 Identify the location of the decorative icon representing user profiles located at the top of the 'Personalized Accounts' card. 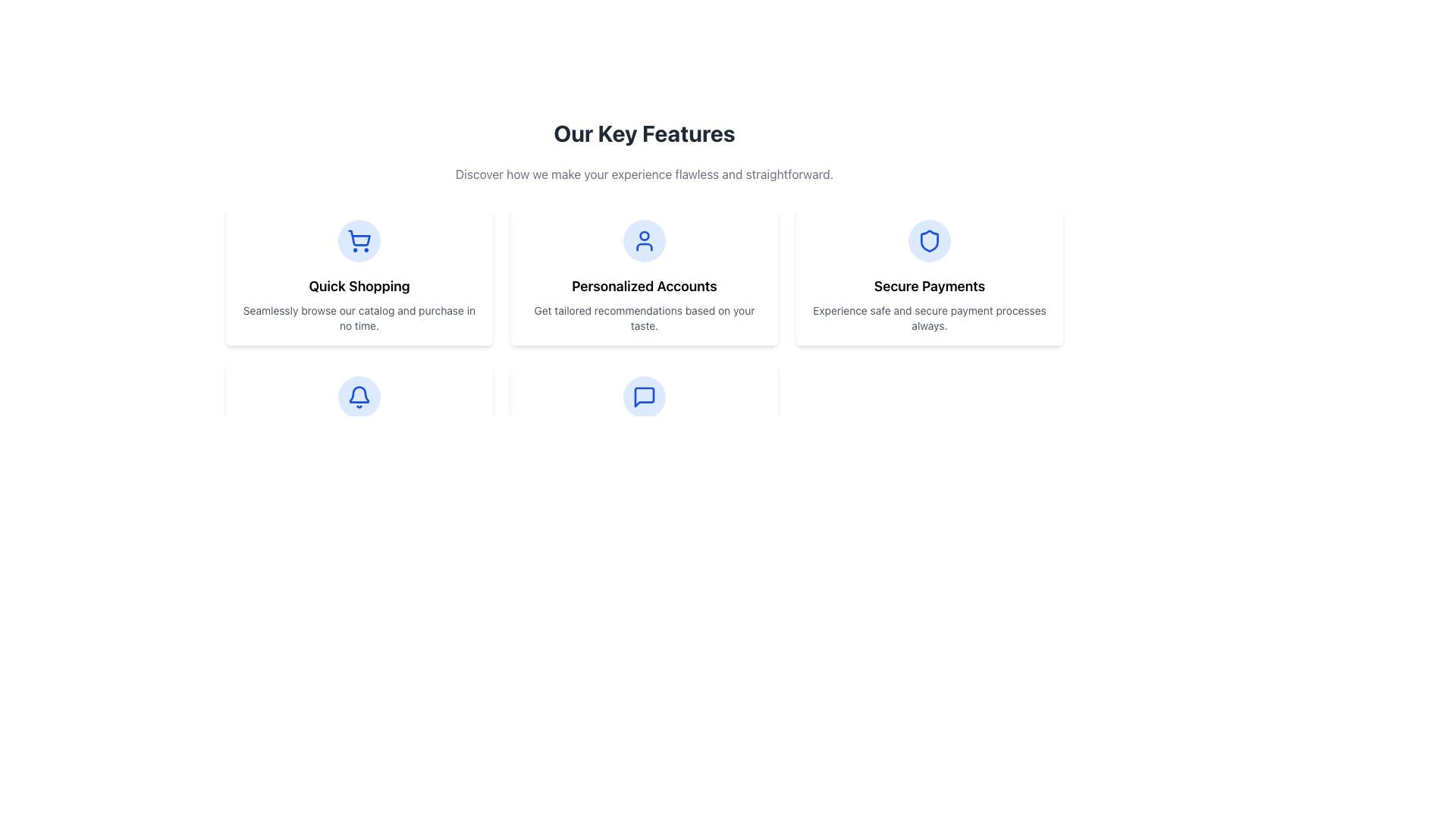
(644, 240).